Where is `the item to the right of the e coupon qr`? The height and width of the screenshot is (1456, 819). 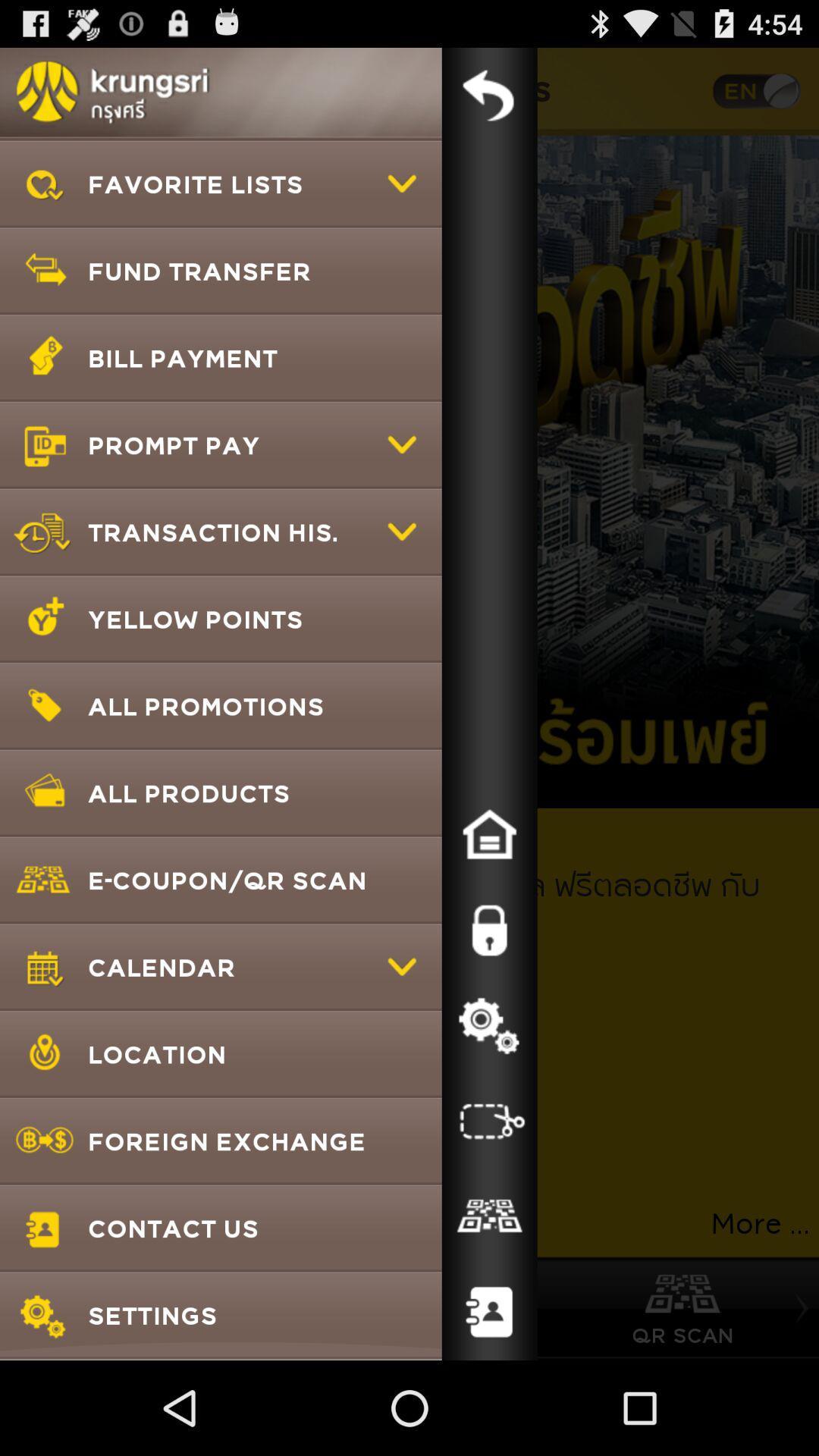
the item to the right of the e coupon qr is located at coordinates (489, 930).